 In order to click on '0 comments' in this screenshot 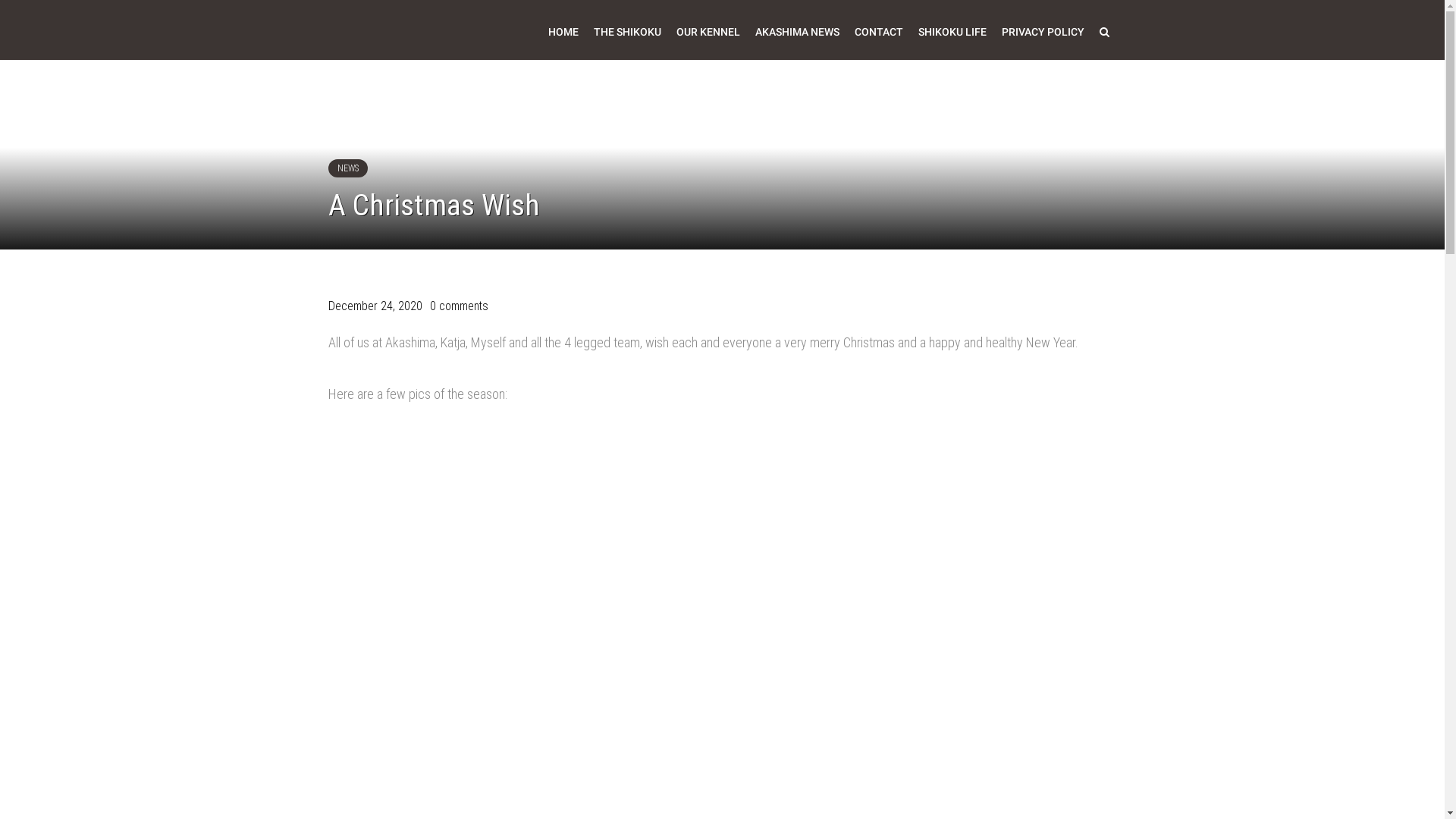, I will do `click(428, 306)`.